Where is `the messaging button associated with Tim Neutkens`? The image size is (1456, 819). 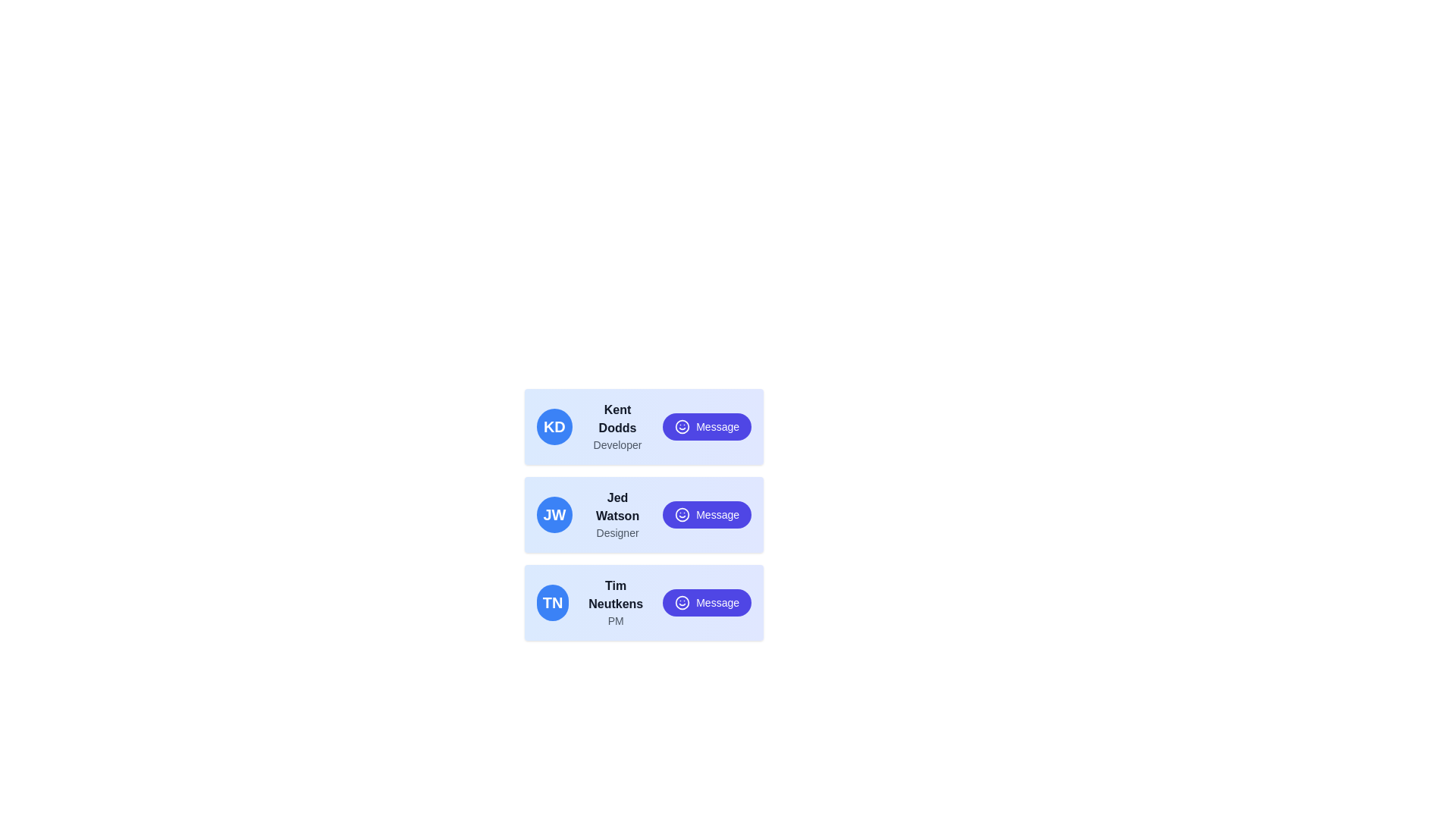
the messaging button associated with Tim Neutkens is located at coordinates (706, 601).